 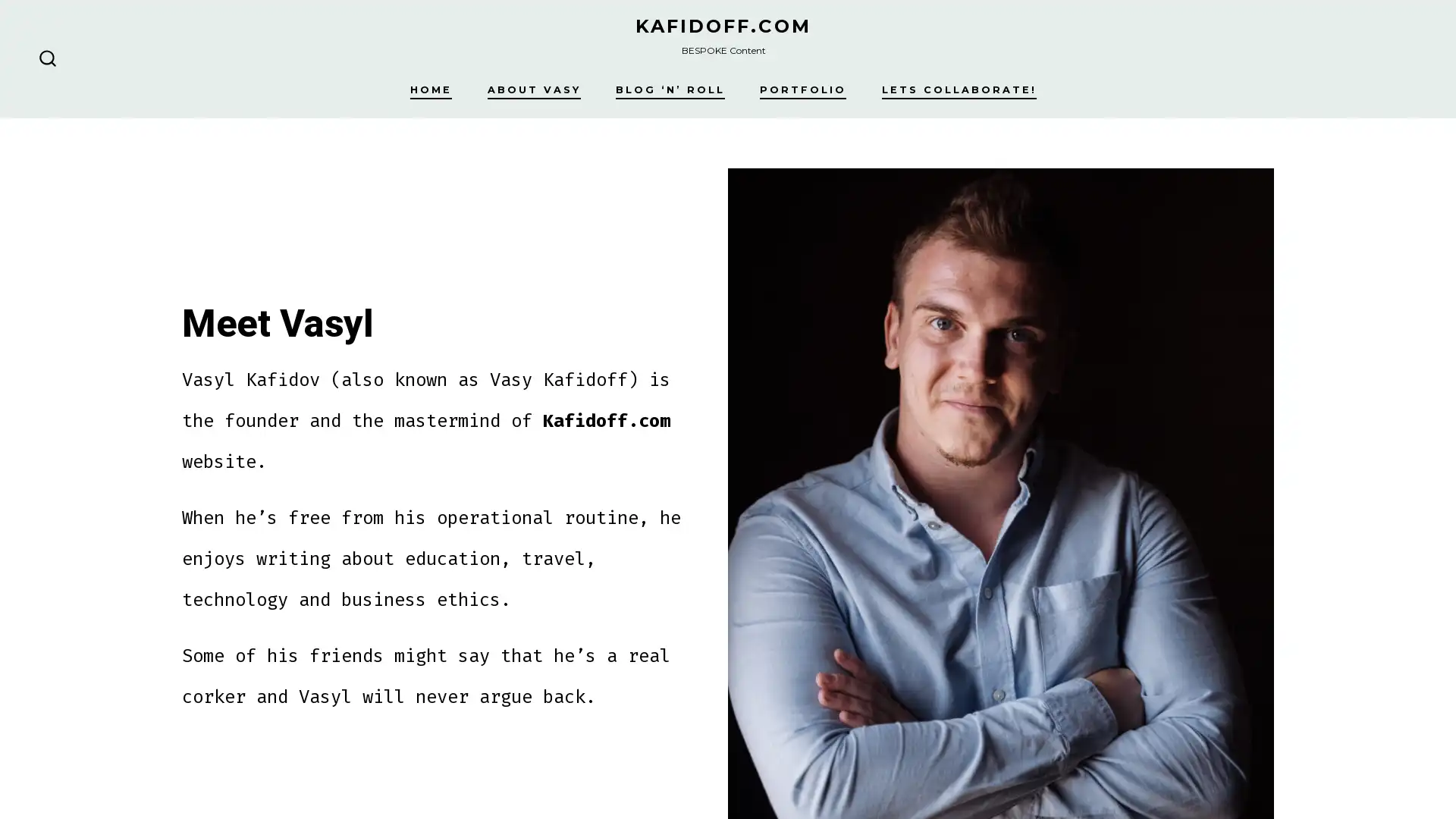 I want to click on SEARCH TOGGLE, so click(x=47, y=58).